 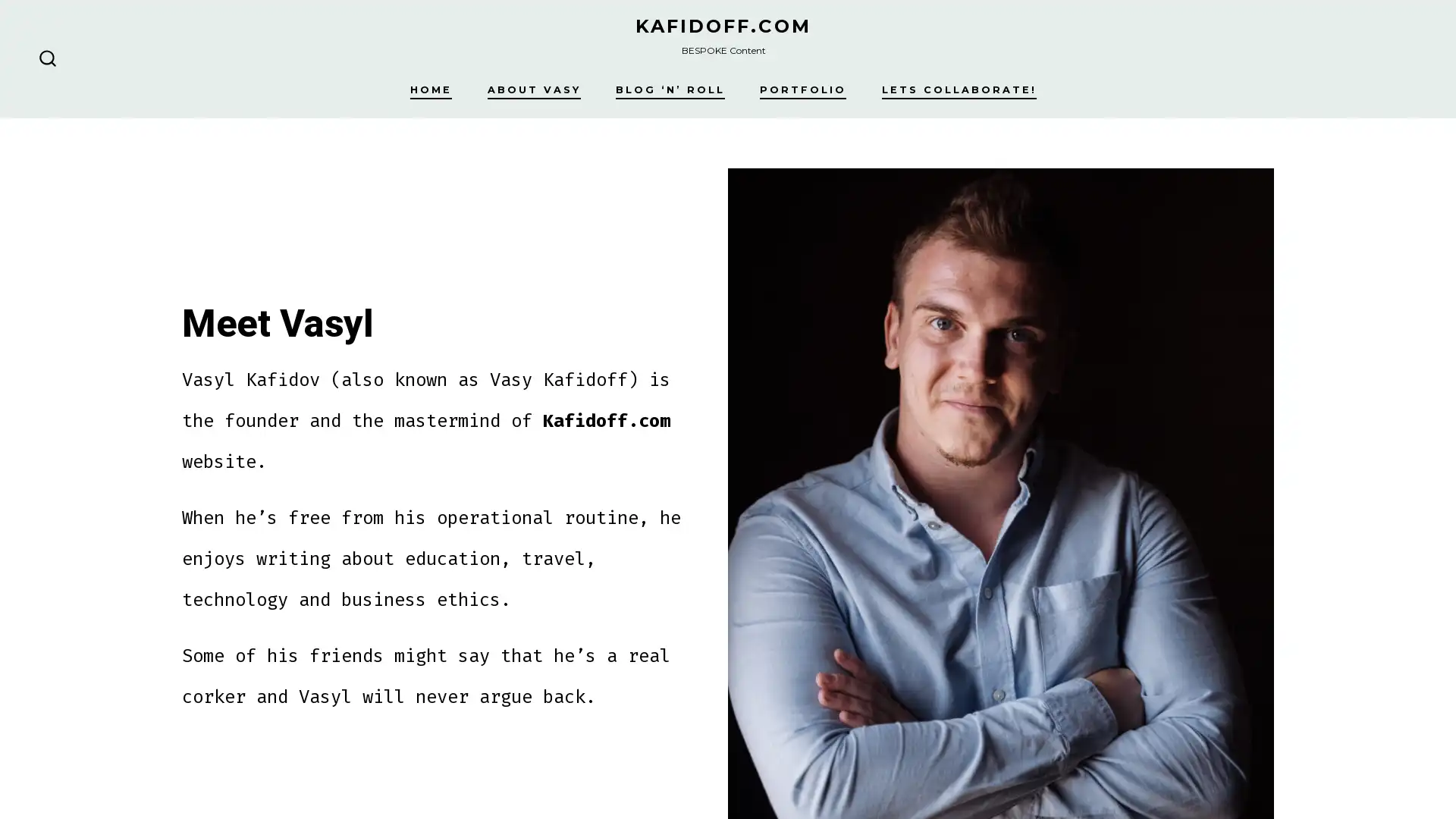 I want to click on SEARCH TOGGLE, so click(x=47, y=58).